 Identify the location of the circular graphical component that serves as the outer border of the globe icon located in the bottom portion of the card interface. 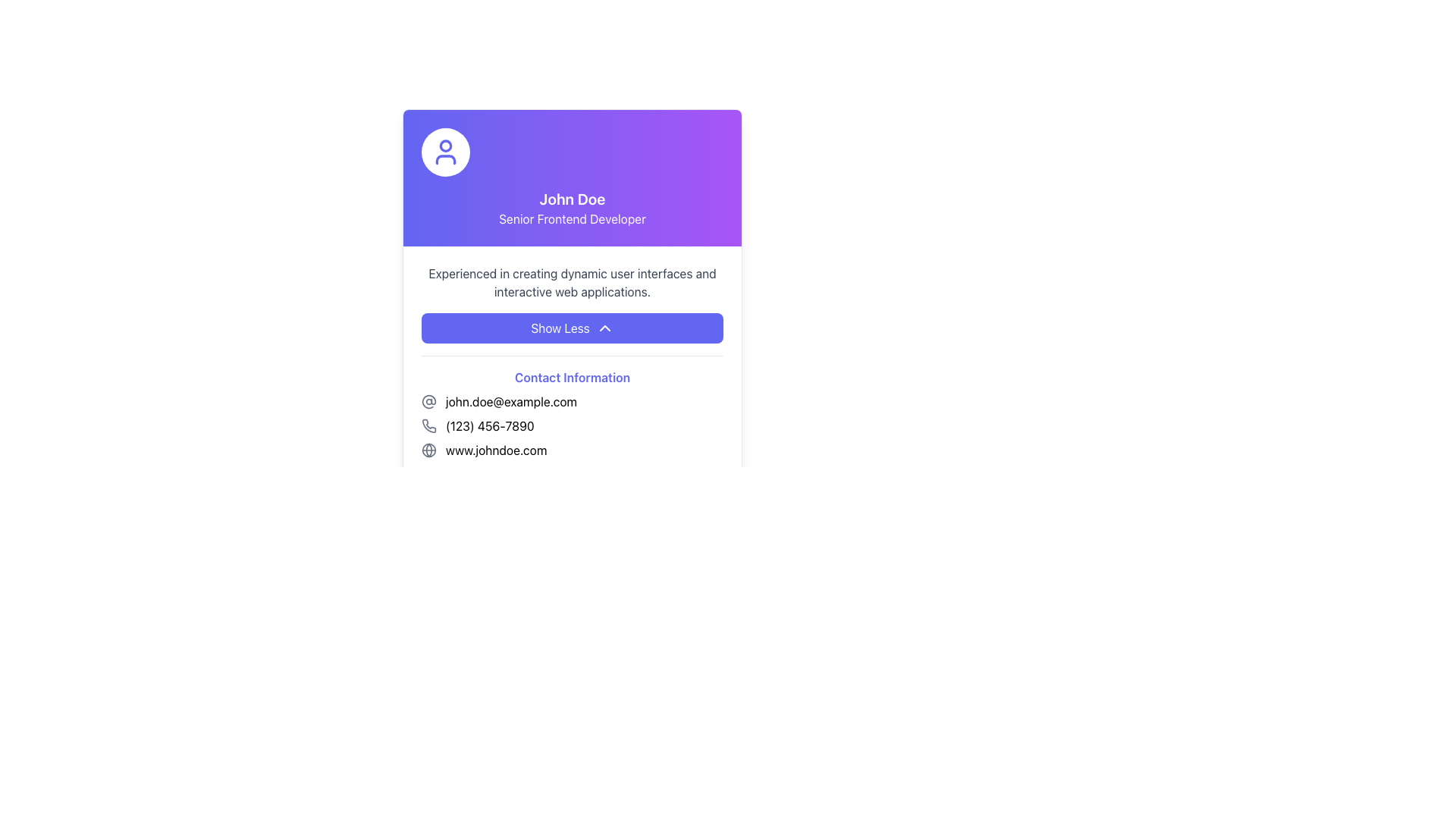
(428, 450).